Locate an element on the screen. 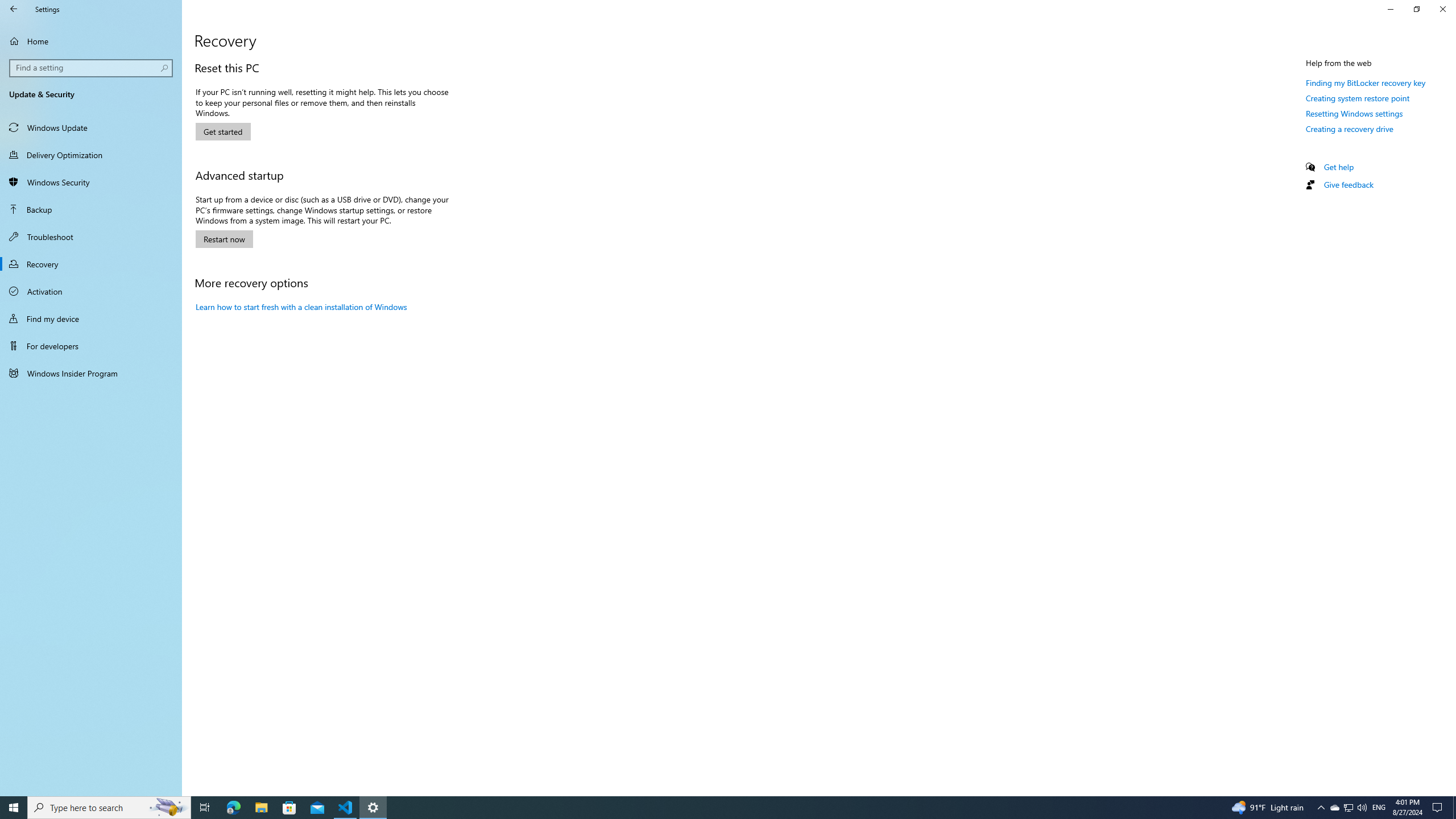 This screenshot has width=1456, height=819. 'Creating system restore point' is located at coordinates (1357, 98).